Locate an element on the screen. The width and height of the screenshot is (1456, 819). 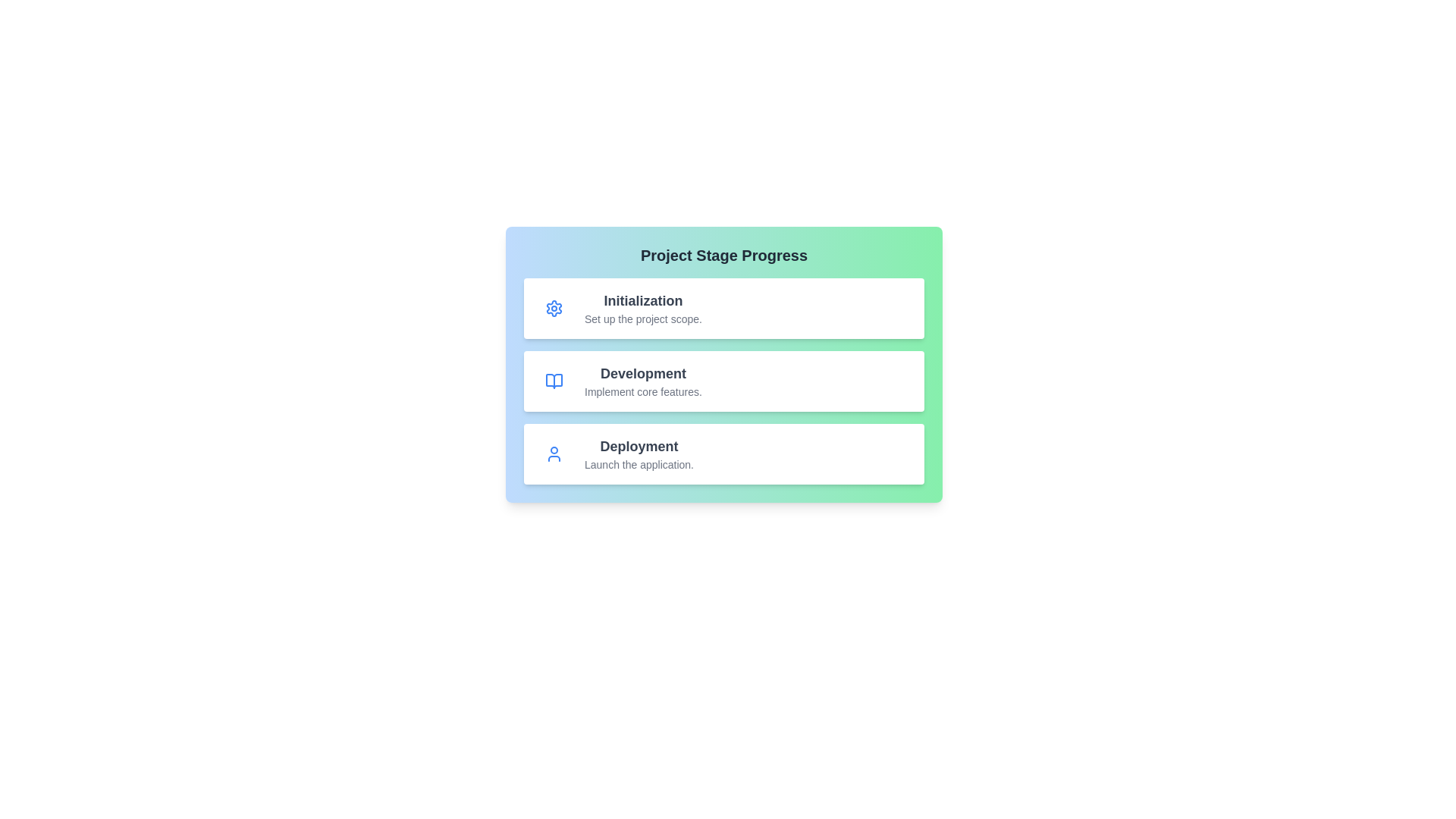
the text label displaying 'Initialization', styled in large bold dark gray font, located at the top of the first card layout, aligned with a gear icon to its left is located at coordinates (643, 301).